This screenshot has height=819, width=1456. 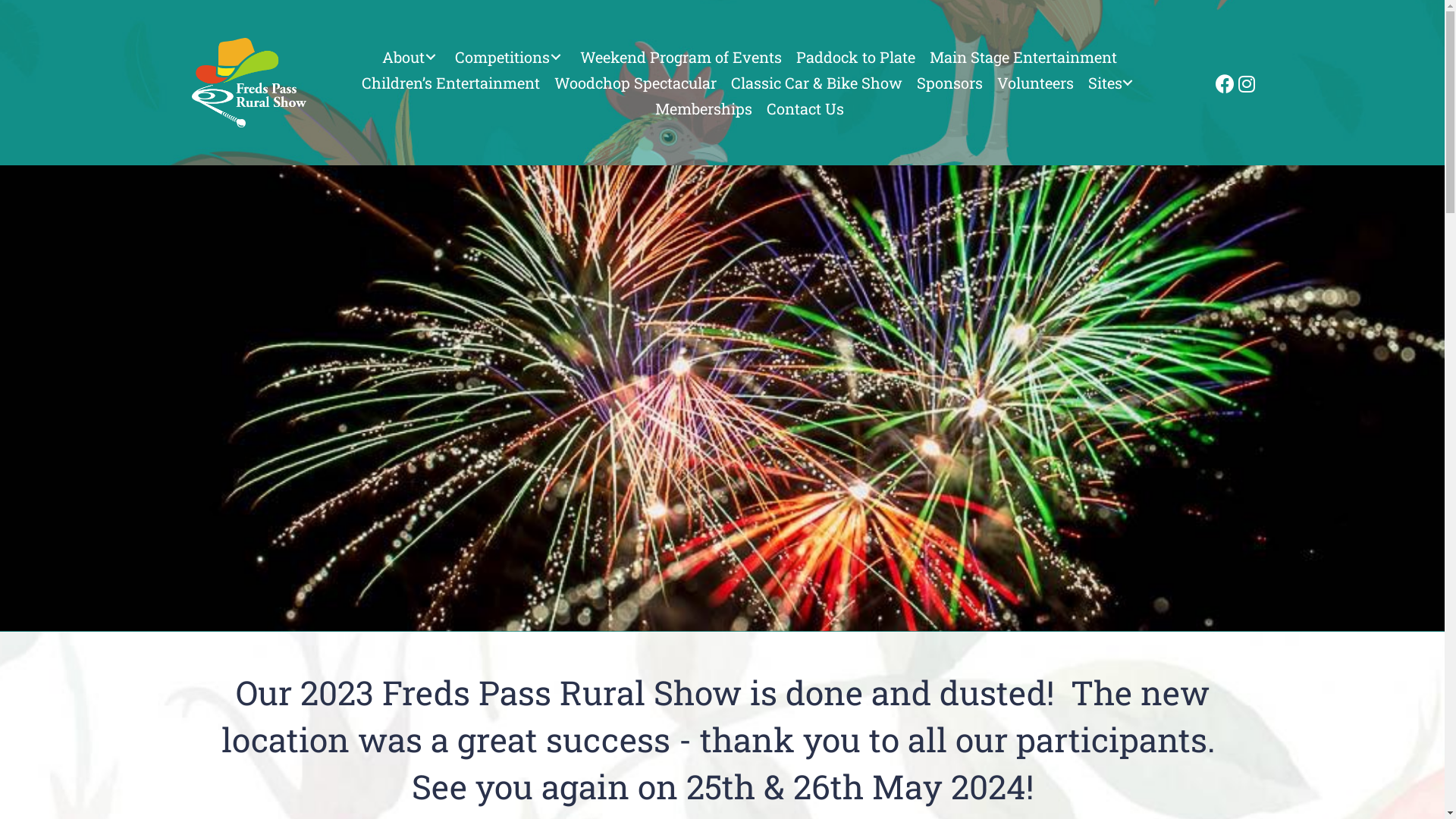 I want to click on 'Sponsors', so click(x=949, y=82).